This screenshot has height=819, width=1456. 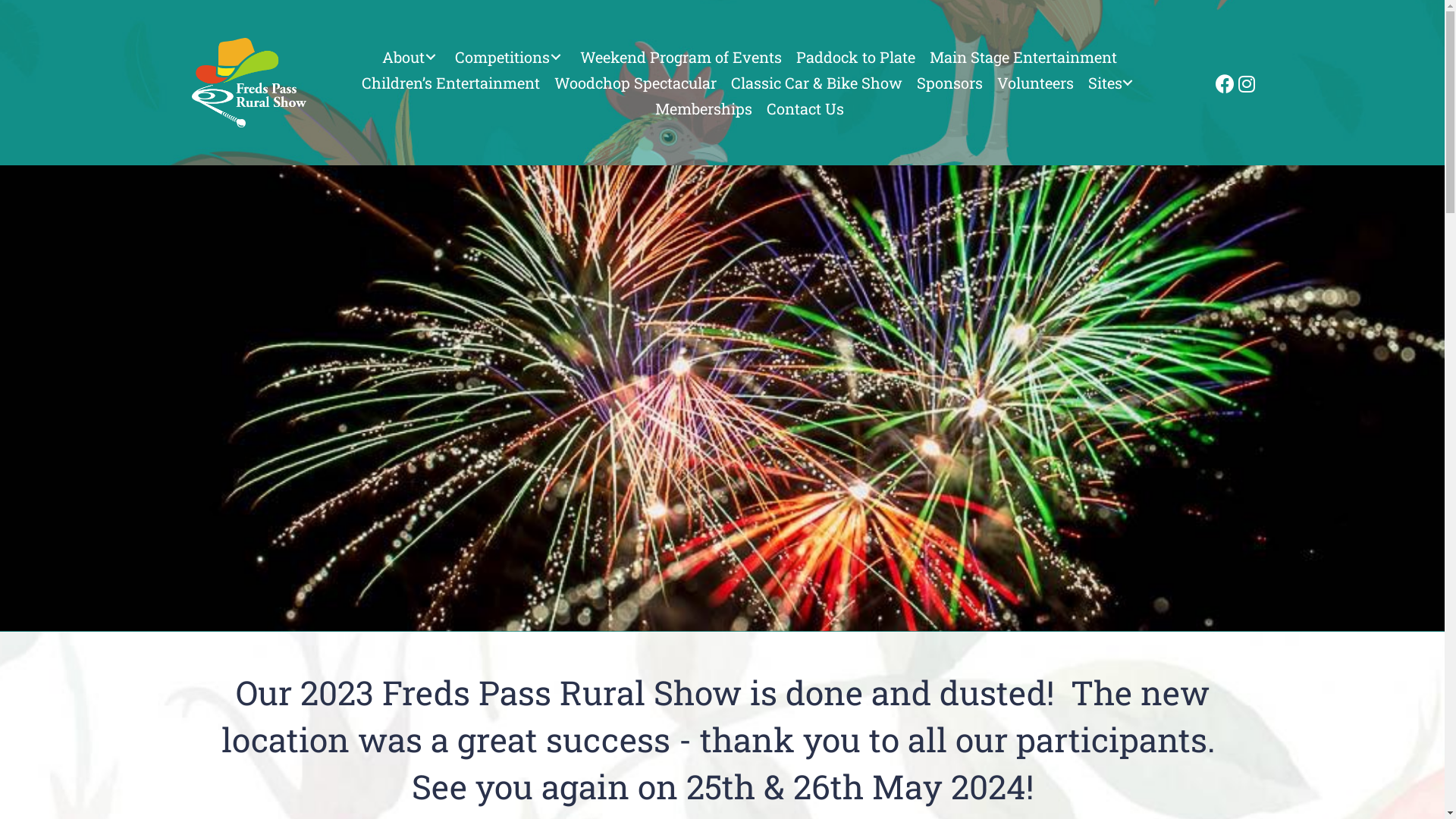 I want to click on 'Sponsors', so click(x=949, y=82).